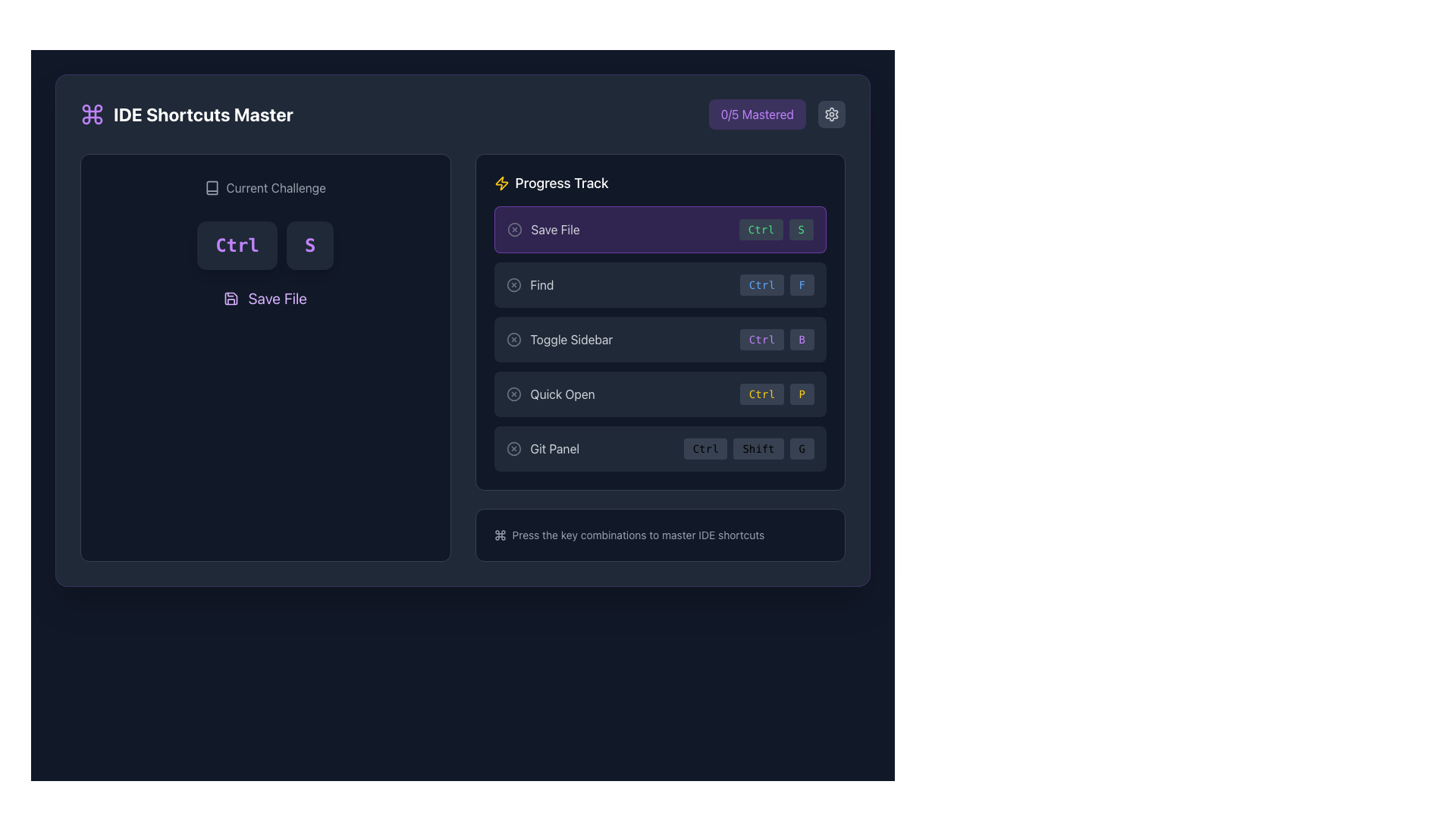 Image resolution: width=1456 pixels, height=819 pixels. I want to click on the Keyboard Shortcut Indicator, so click(777, 338).